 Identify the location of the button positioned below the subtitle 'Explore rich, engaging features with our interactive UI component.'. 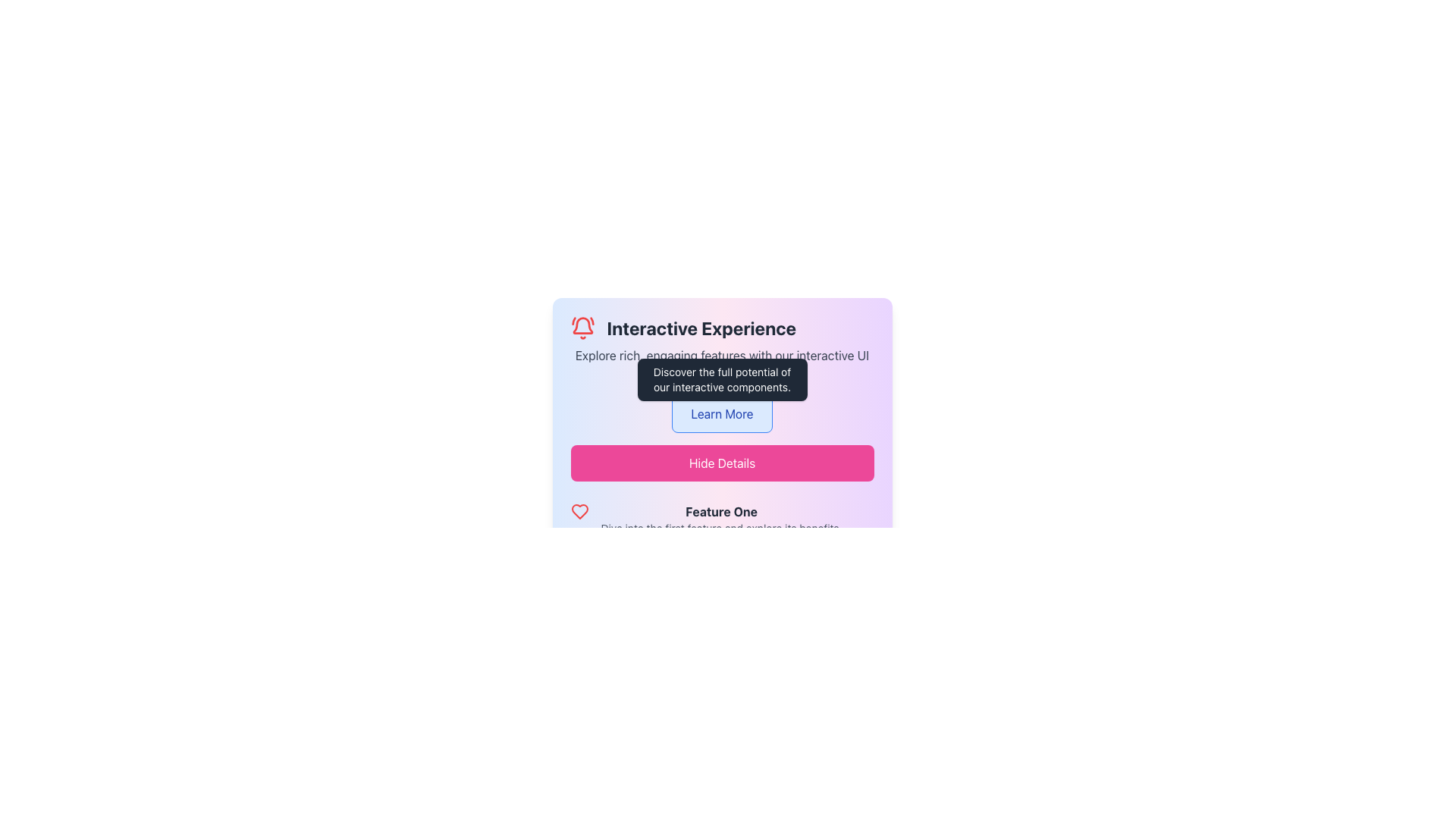
(721, 414).